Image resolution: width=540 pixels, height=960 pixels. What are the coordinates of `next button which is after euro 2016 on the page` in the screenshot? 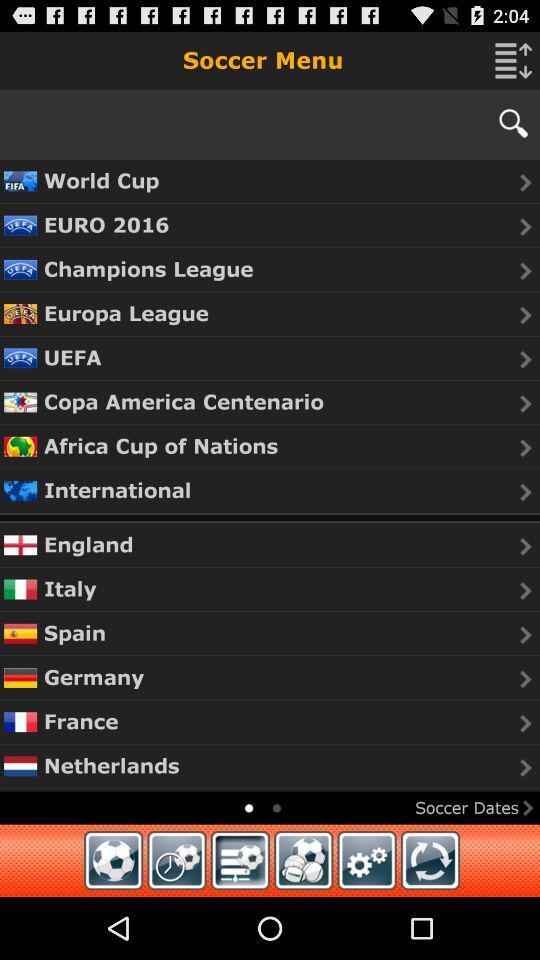 It's located at (526, 226).